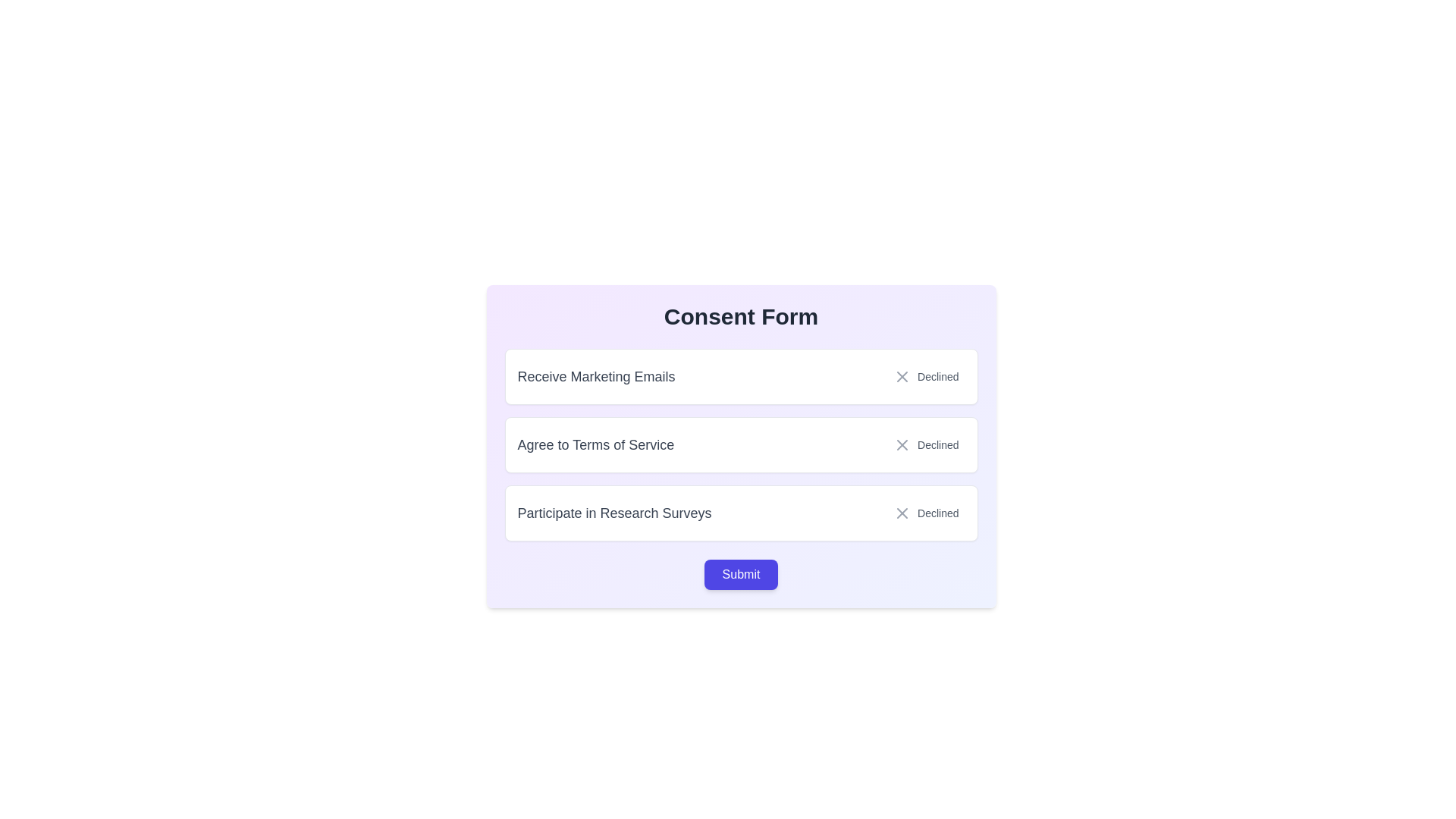  I want to click on the 'X' mark icon indicating the declined option within the 'Declined' button in the 'Consent Form' for the 'Participate in Research Surveys' row, so click(902, 513).